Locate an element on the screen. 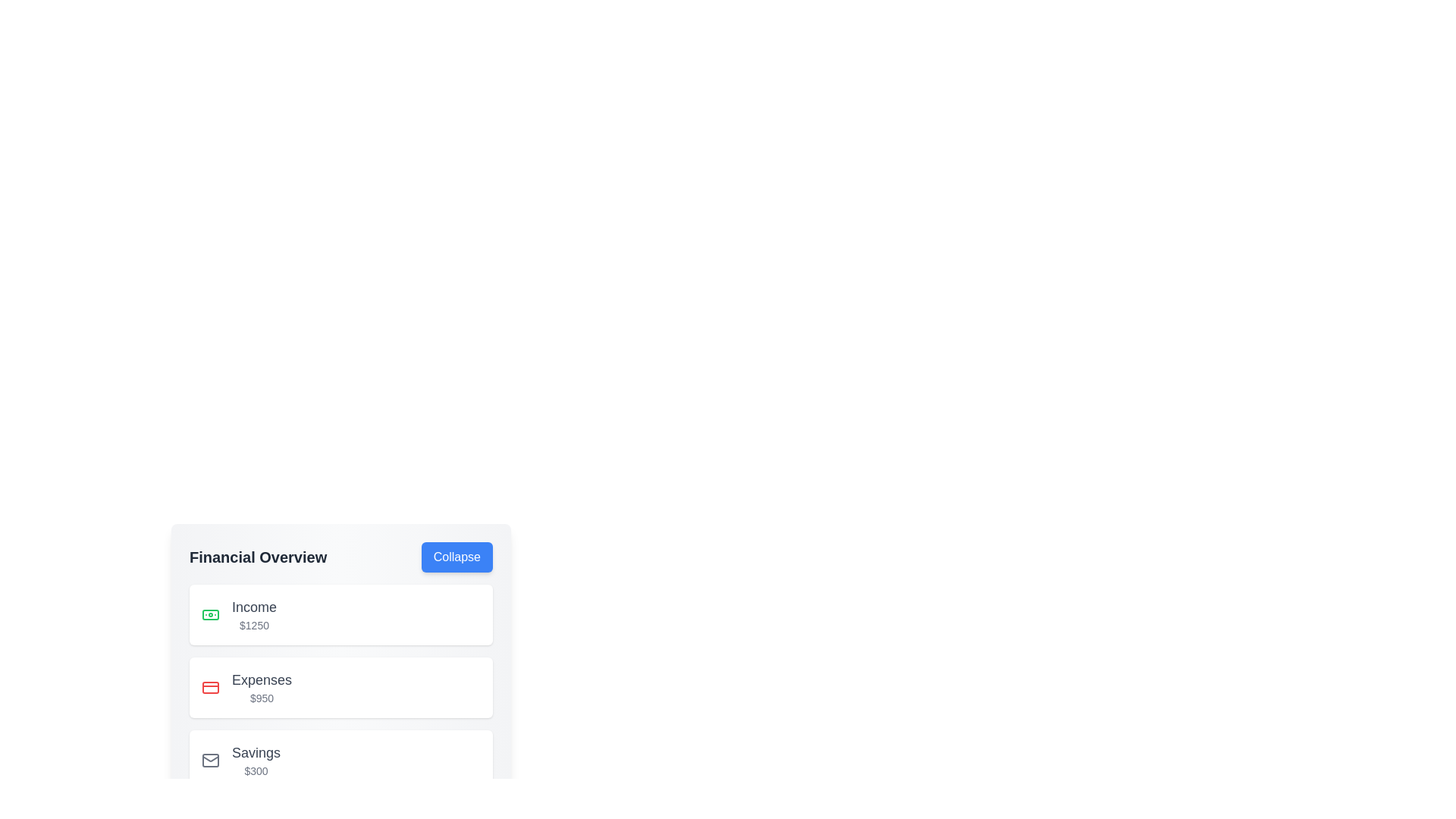 The width and height of the screenshot is (1456, 819). the text label displaying '$950' located under the 'Expenses' section in the financial overview interface for comparison with other categories is located at coordinates (262, 698).